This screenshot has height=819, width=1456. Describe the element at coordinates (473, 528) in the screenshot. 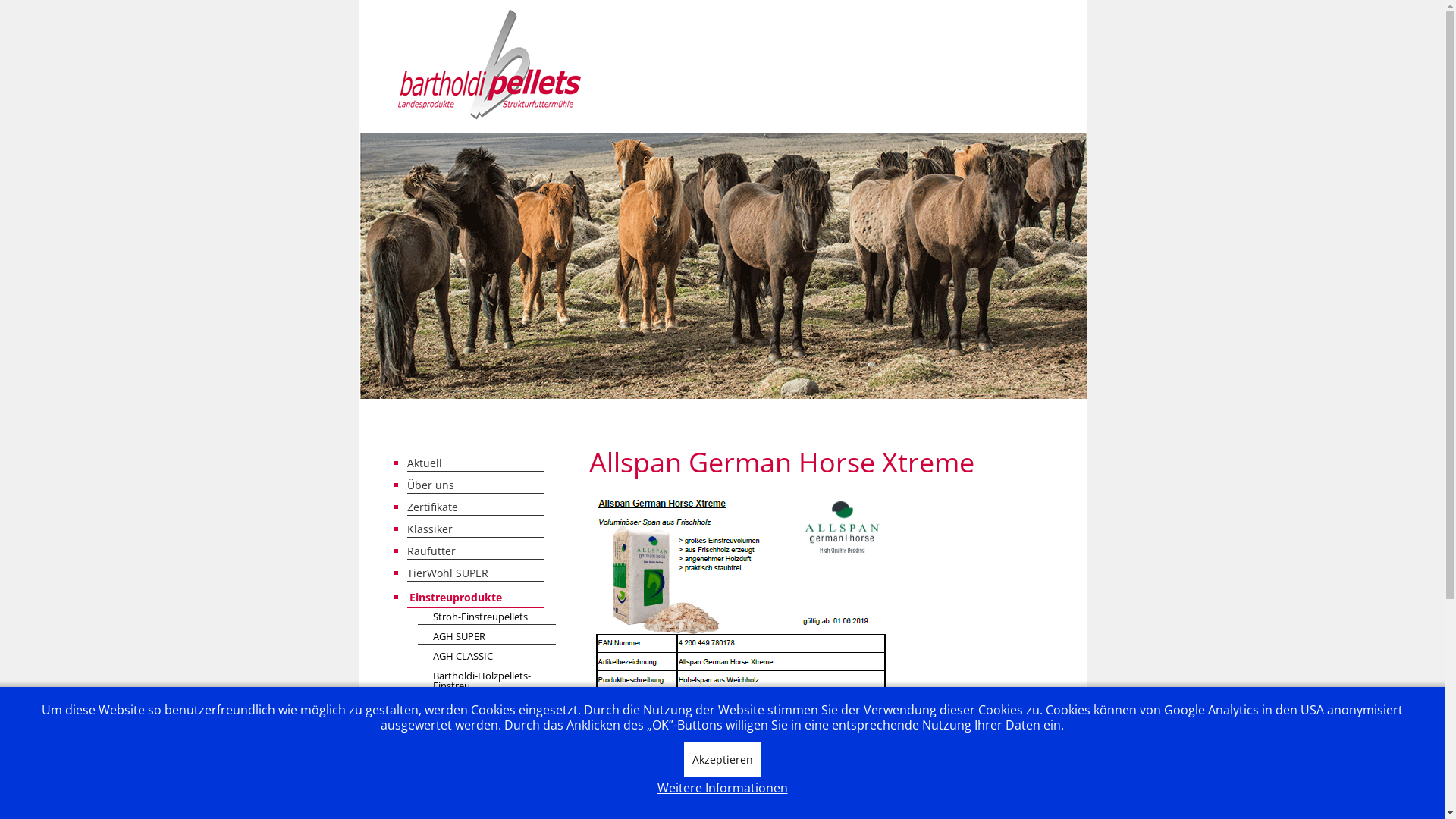

I see `'Klassiker'` at that location.